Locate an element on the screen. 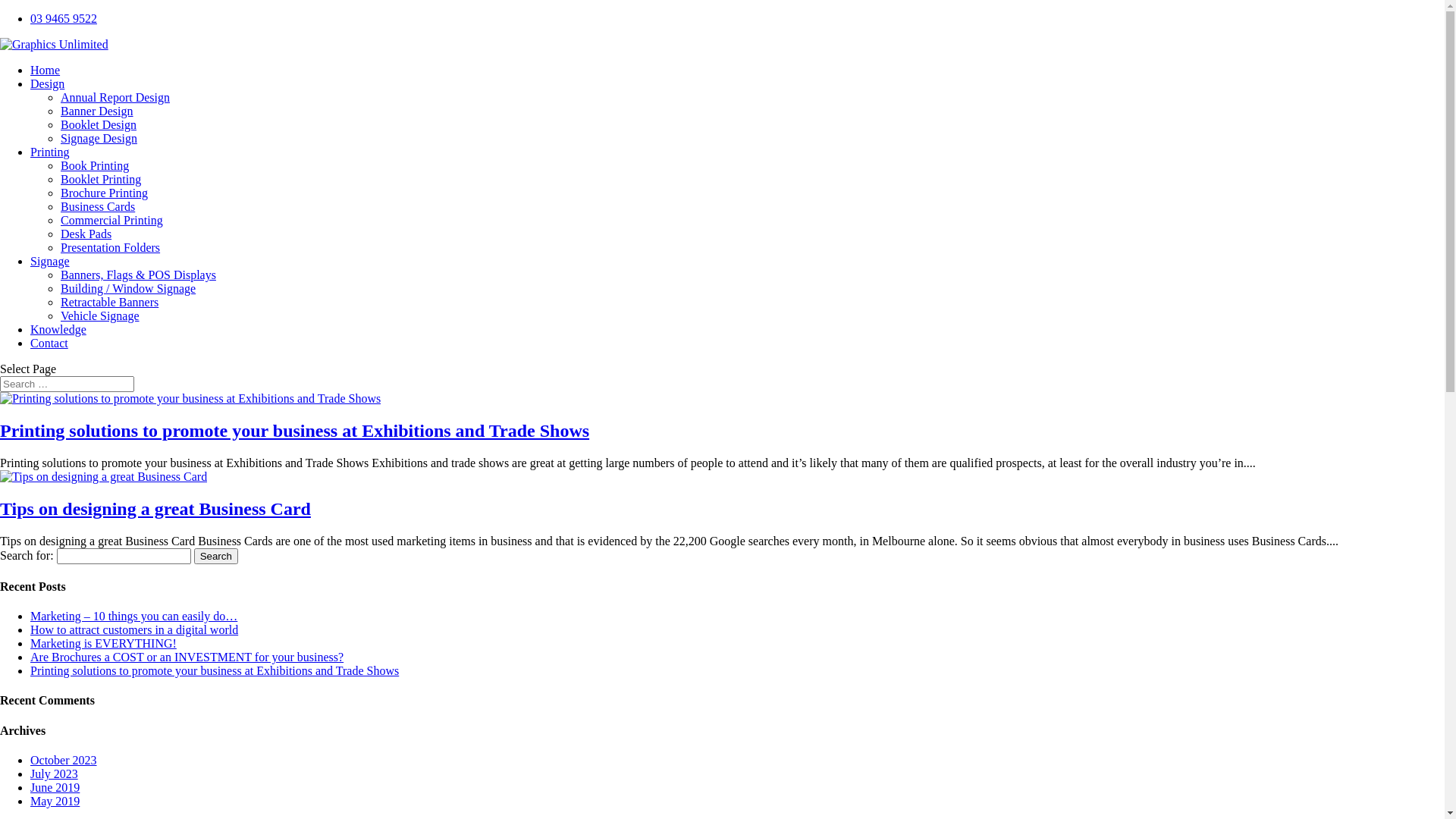  'July 2023' is located at coordinates (54, 773).